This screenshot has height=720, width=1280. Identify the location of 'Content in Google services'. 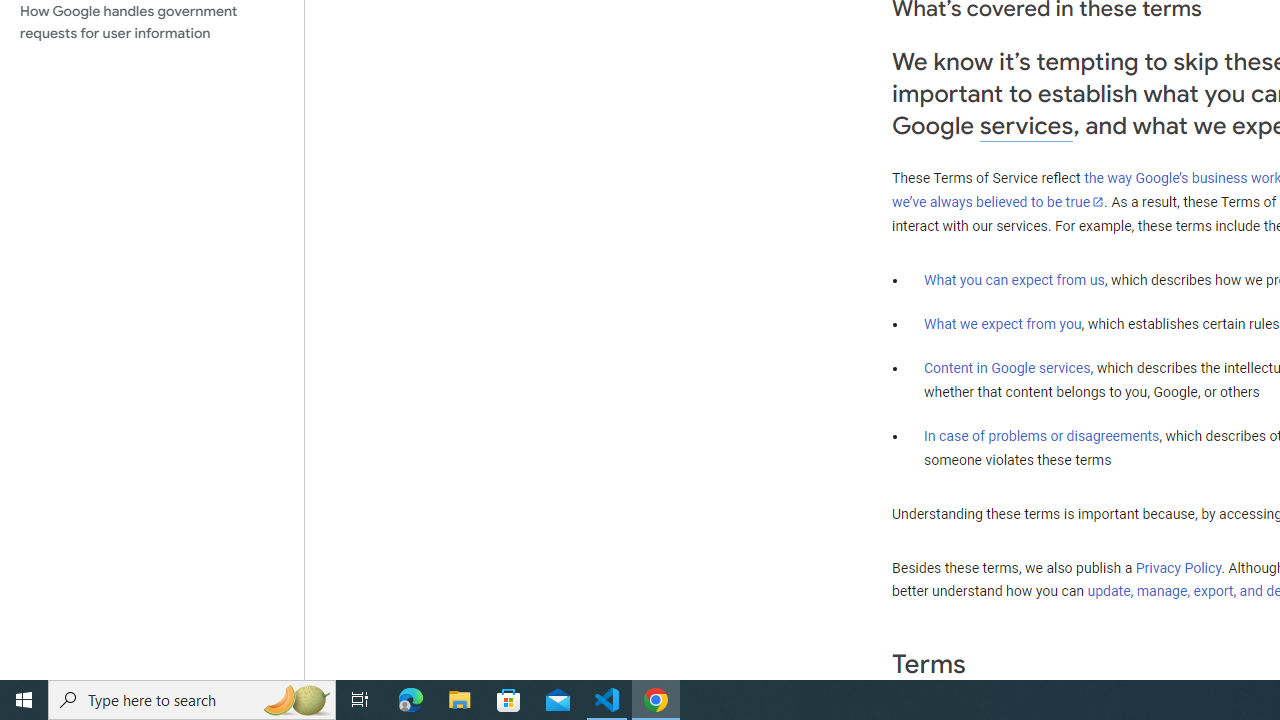
(1007, 368).